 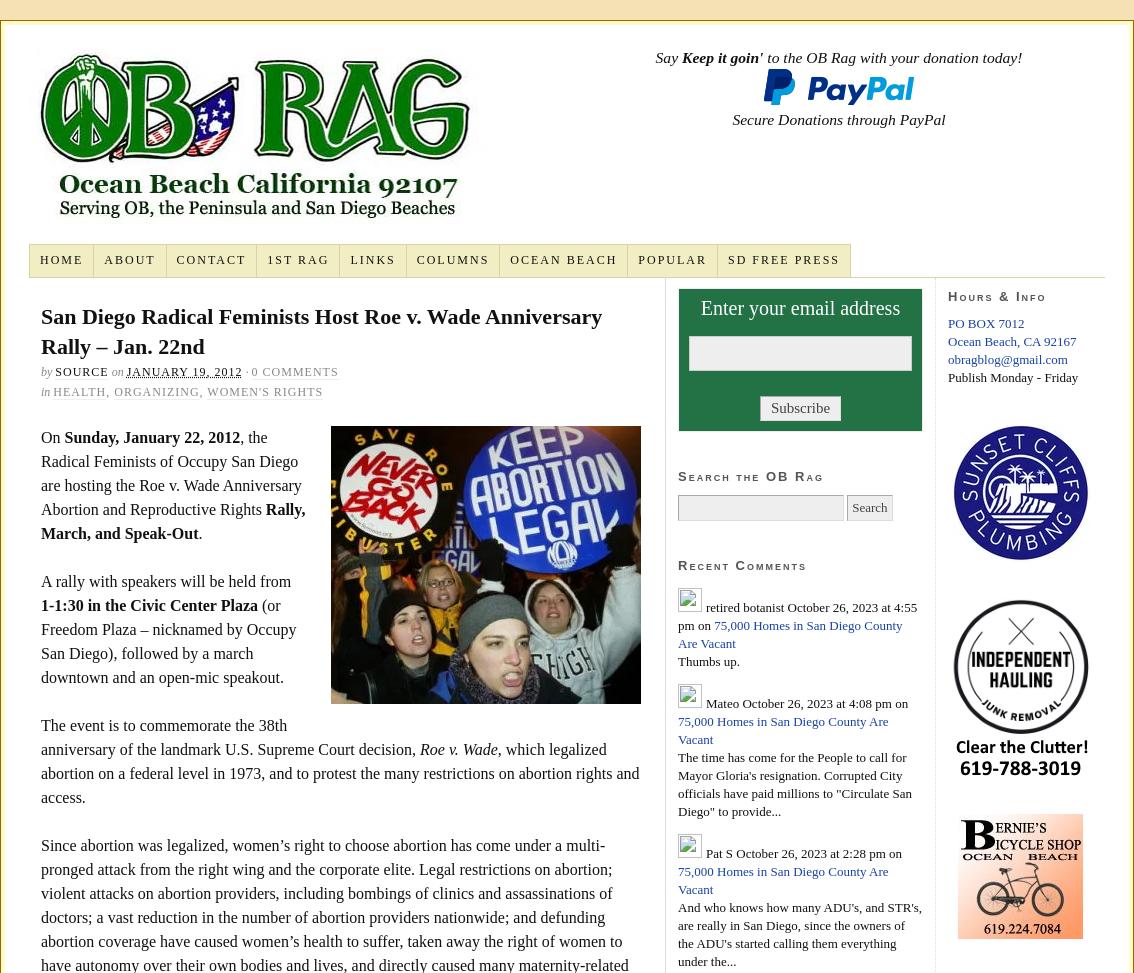 I want to click on 'Vol. 1, No. 16 – late June – early July 1971', so click(x=266, y=454).